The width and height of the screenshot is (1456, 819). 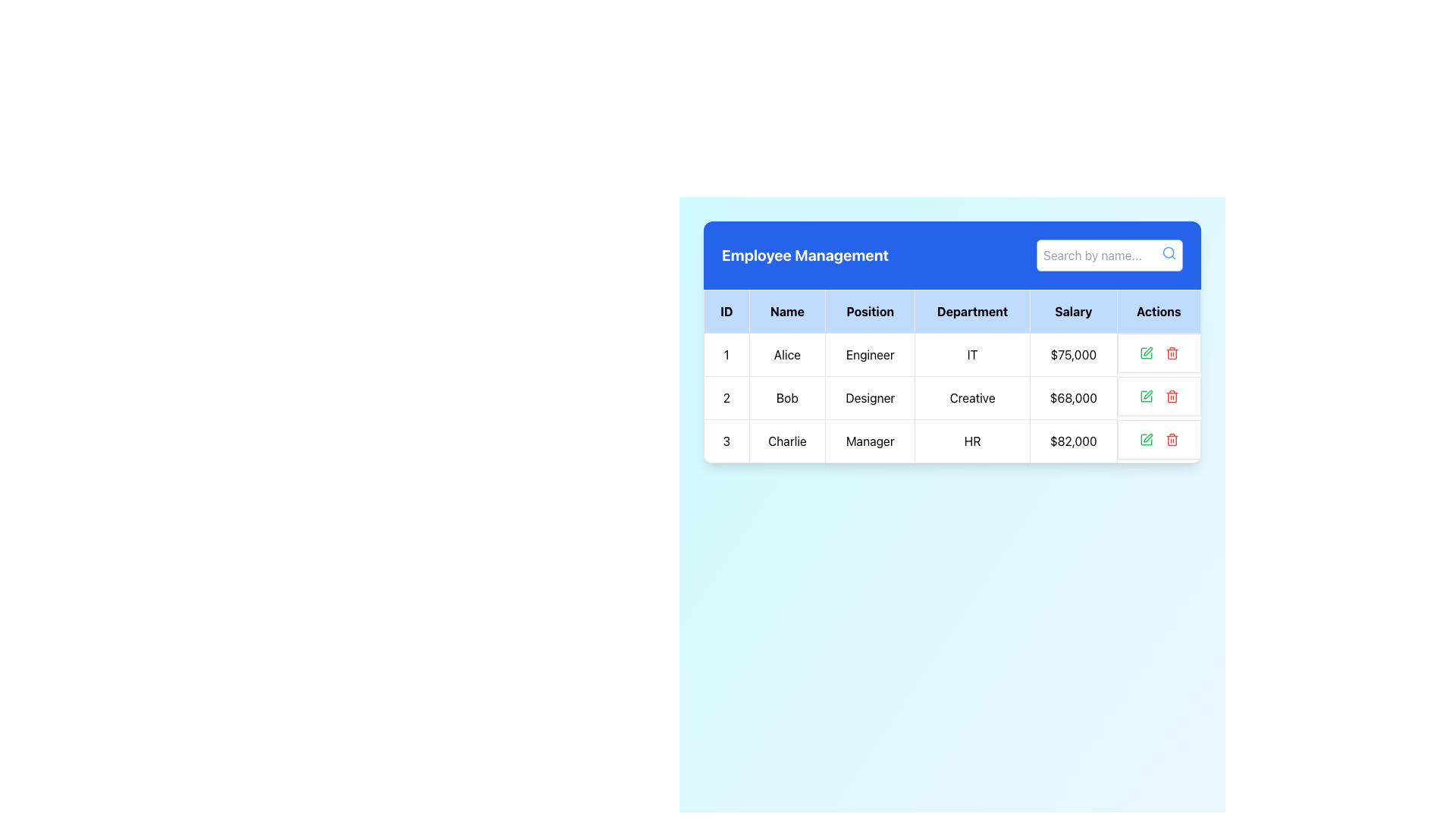 What do you see at coordinates (726, 354) in the screenshot?
I see `the first cell in the first column of the table that displays the identifier under the 'ID' column header` at bounding box center [726, 354].